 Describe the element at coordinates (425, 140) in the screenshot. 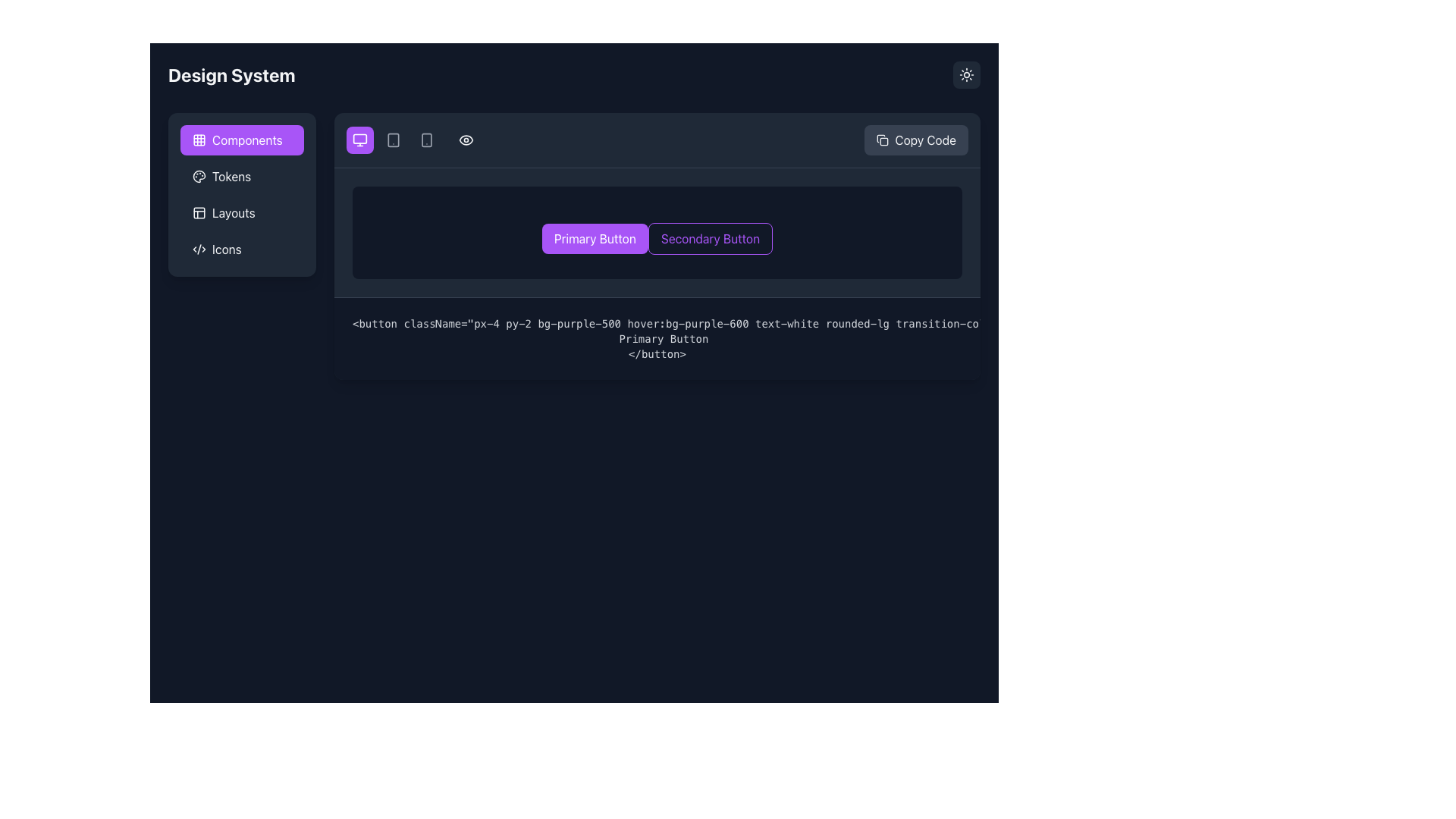

I see `the small, gray, rectangular button with a smartphone icon in the top-right toolbar` at that location.